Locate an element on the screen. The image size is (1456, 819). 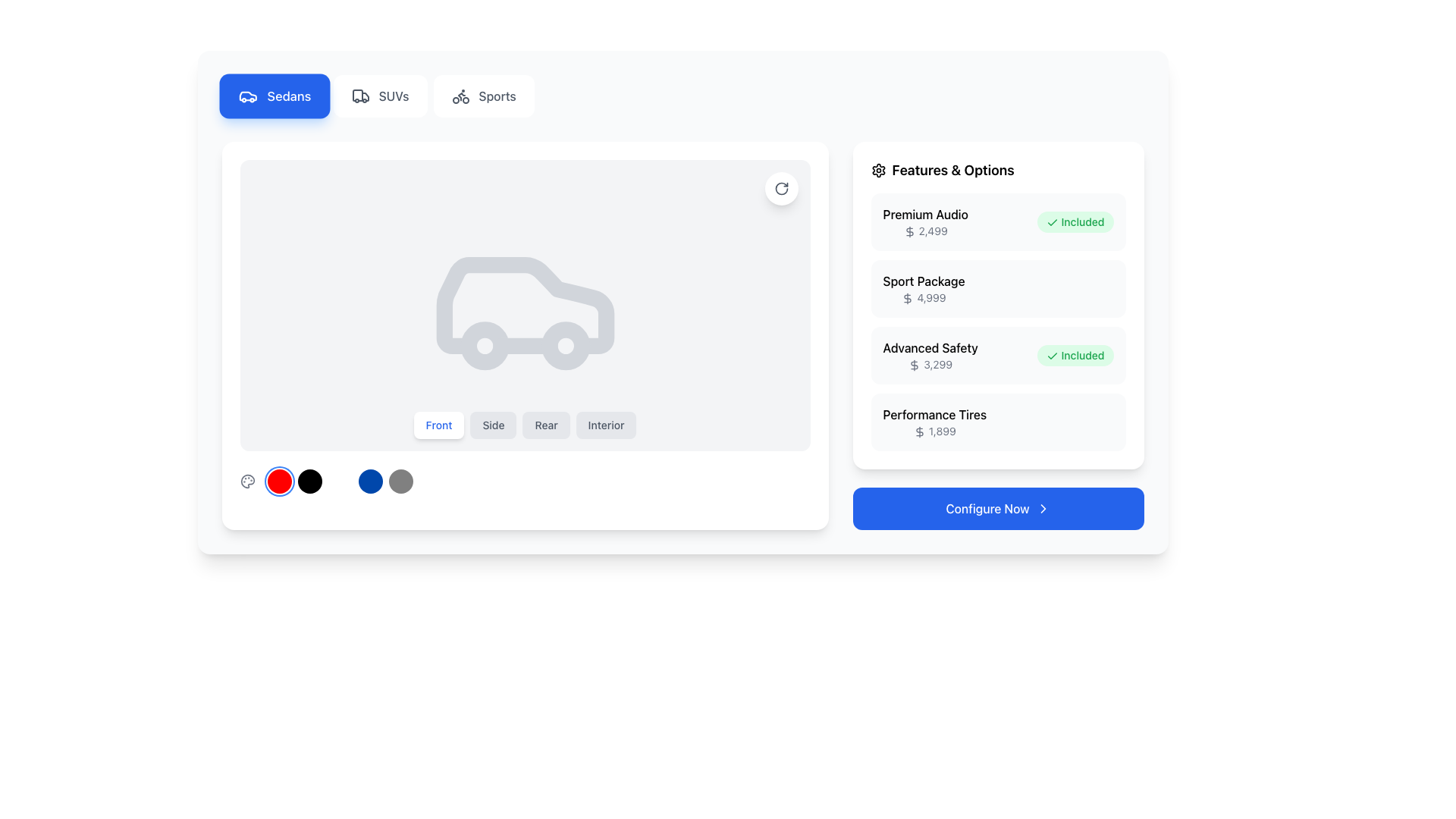
the dollar sign icon ('$') located next to the price '3,299' under the 'Advanced Safety' feature in the 'Features & Options' section on the right-hand panel is located at coordinates (914, 366).